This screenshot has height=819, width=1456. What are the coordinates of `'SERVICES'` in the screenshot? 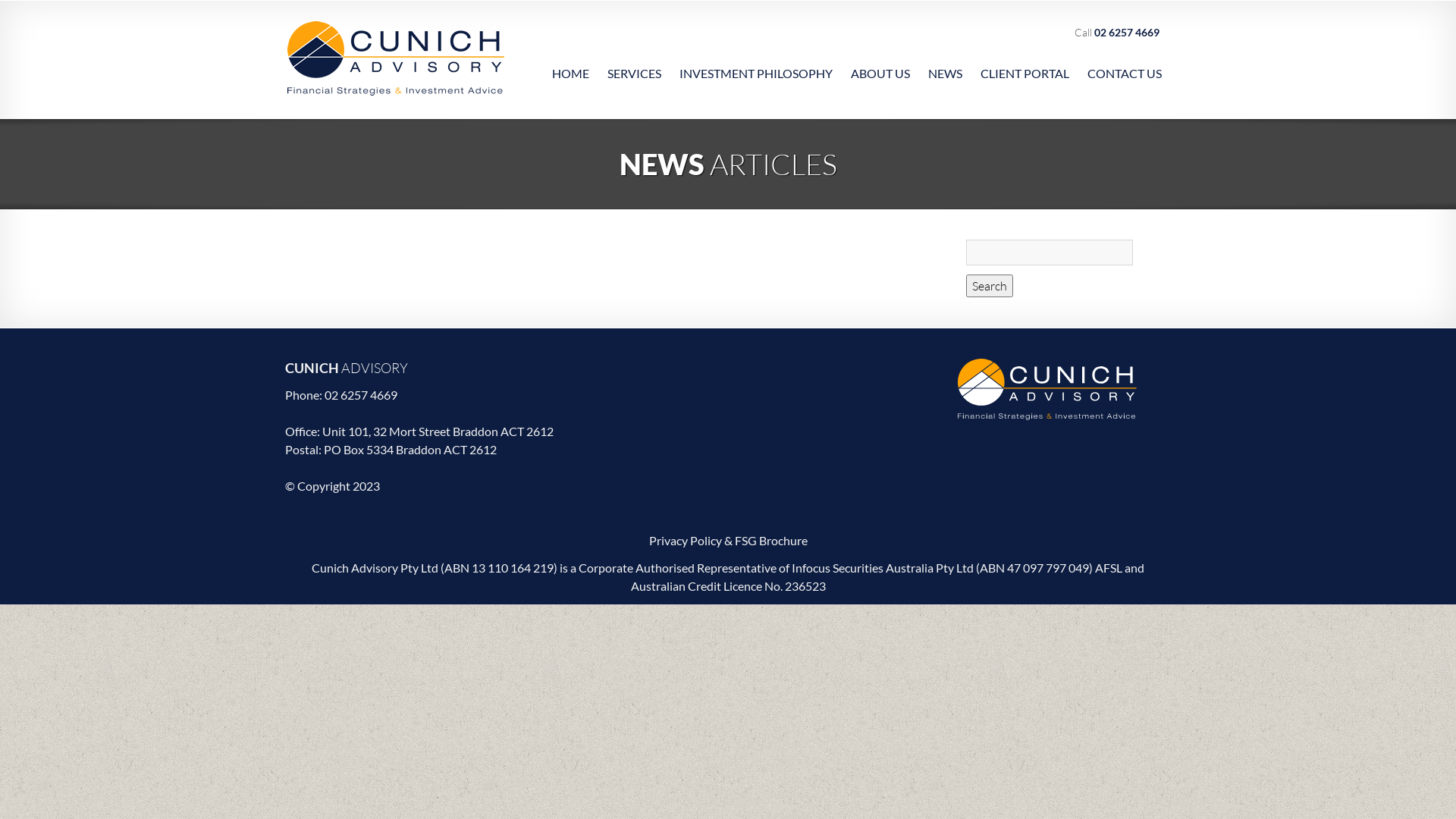 It's located at (634, 62).